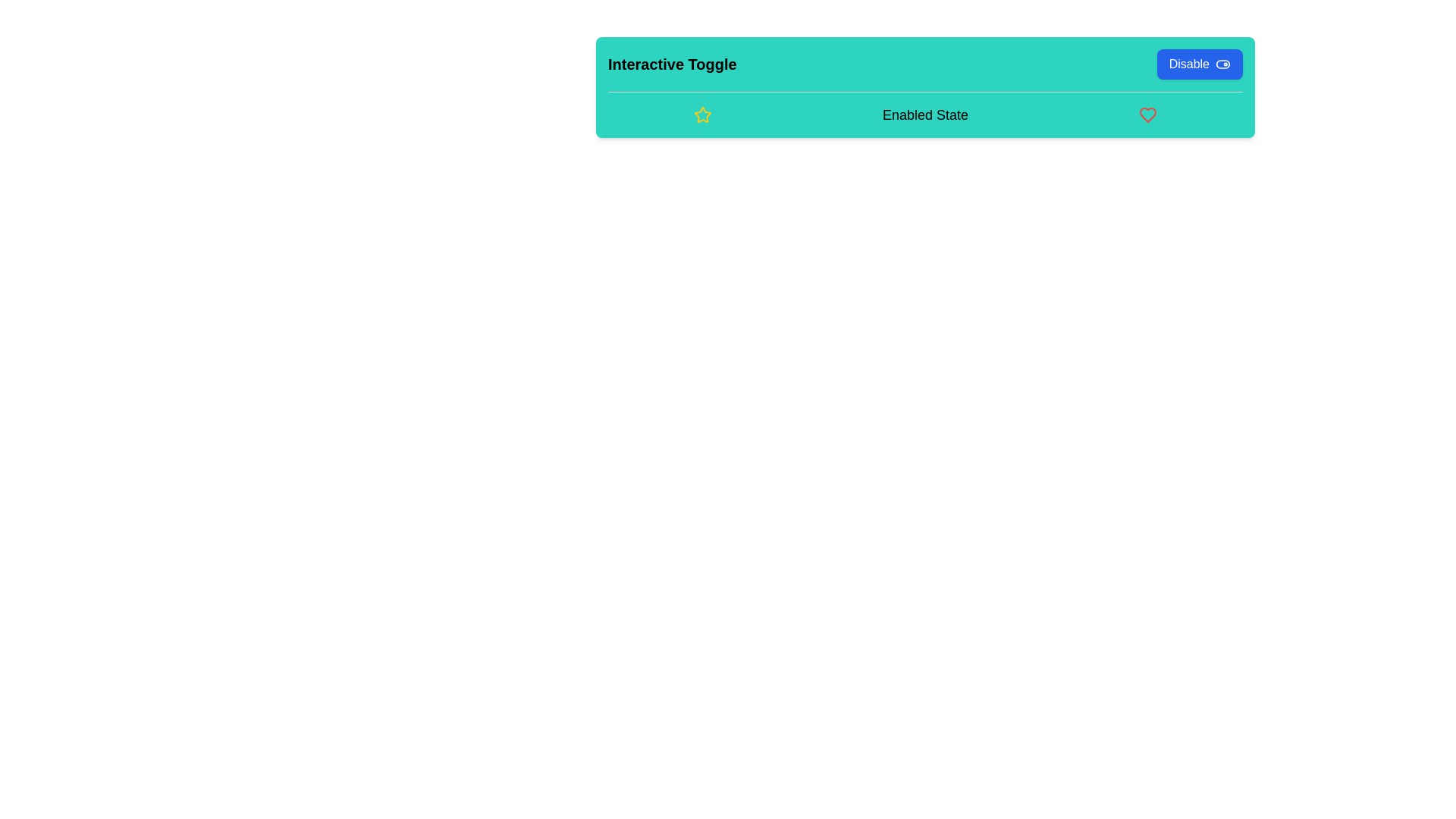  I want to click on the toggle icon located to the right of the 'Disable' text in the button component at the top-right corner of the interface, so click(1222, 63).